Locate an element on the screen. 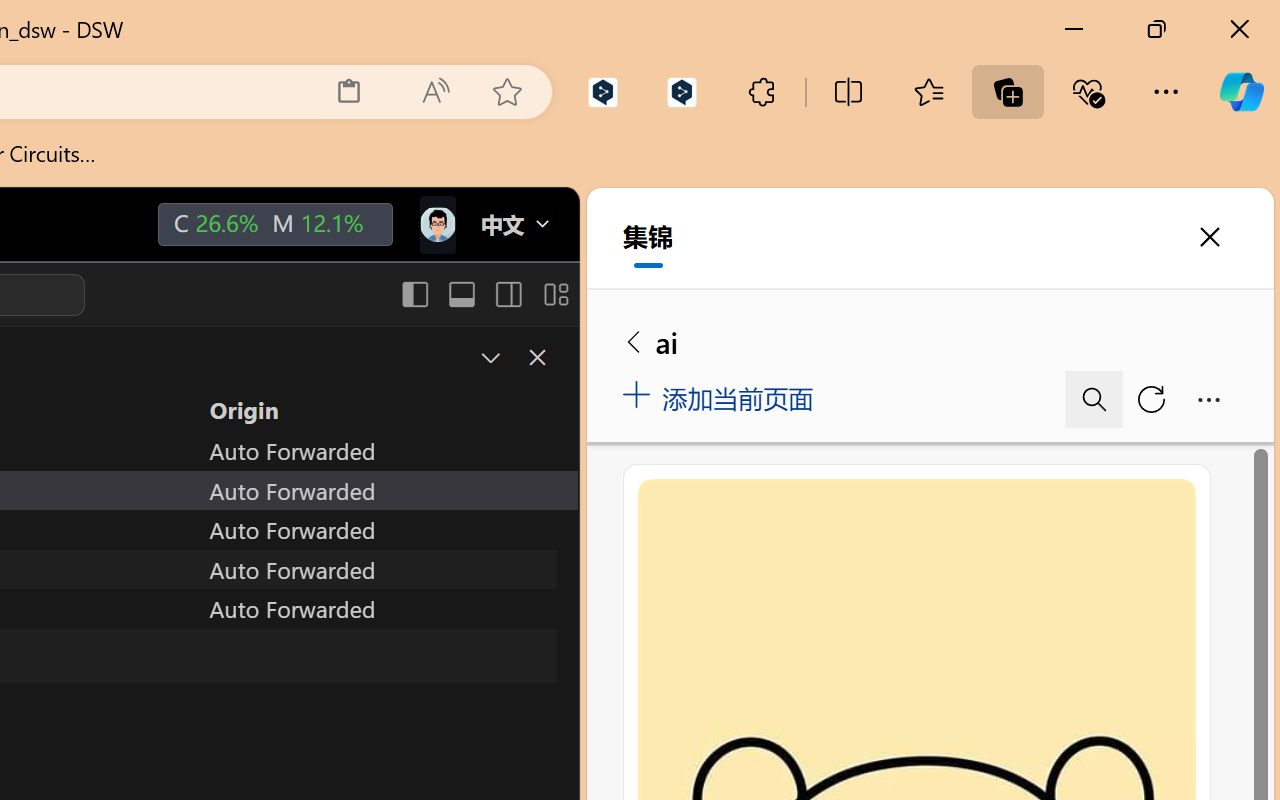 The height and width of the screenshot is (800, 1280). 'Customize Layout...' is located at coordinates (554, 294).